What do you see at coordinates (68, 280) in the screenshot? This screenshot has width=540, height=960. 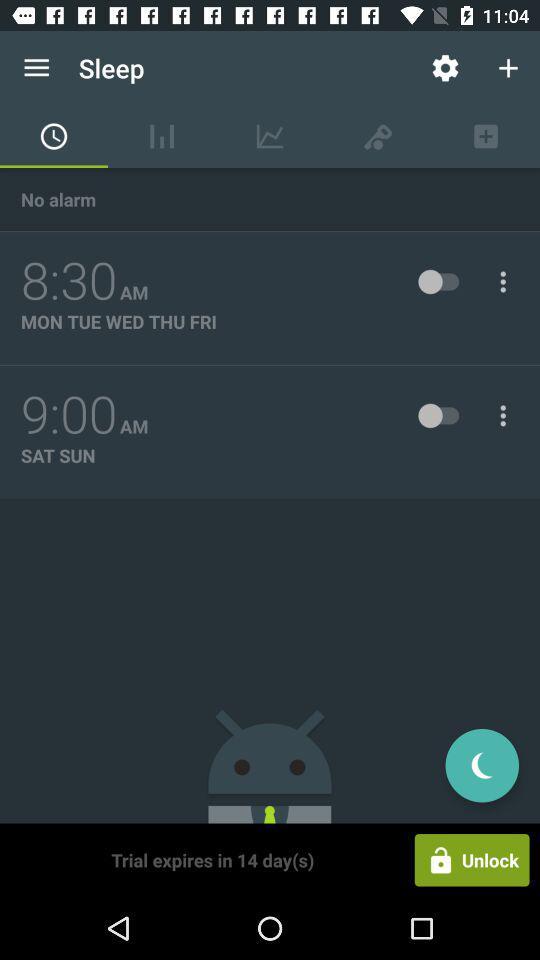 I see `the item next to the am item` at bounding box center [68, 280].